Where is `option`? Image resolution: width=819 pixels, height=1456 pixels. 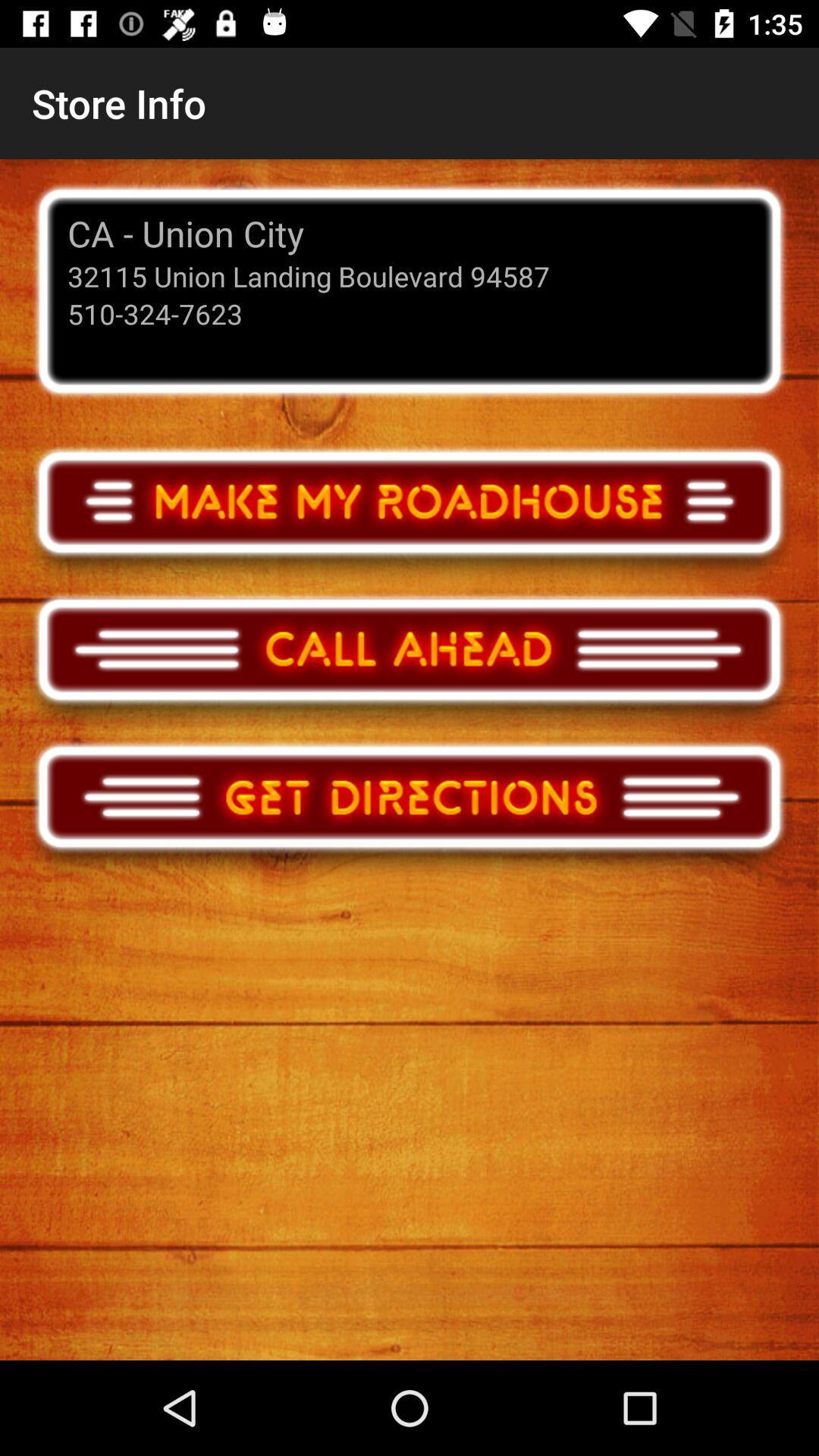 option is located at coordinates (409, 516).